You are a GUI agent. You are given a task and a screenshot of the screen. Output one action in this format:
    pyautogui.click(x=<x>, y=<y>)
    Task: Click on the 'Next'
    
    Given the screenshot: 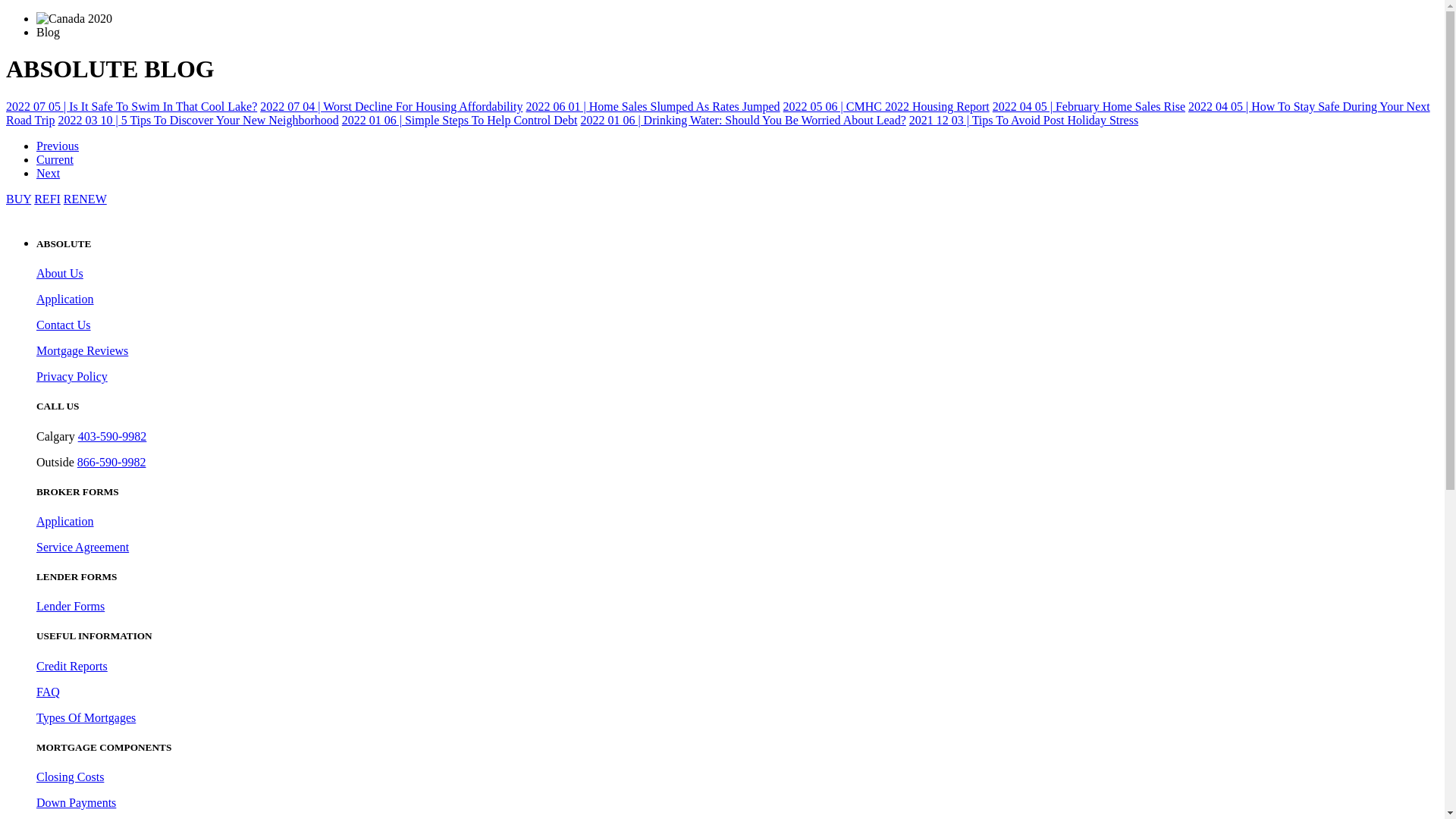 What is the action you would take?
    pyautogui.click(x=36, y=172)
    